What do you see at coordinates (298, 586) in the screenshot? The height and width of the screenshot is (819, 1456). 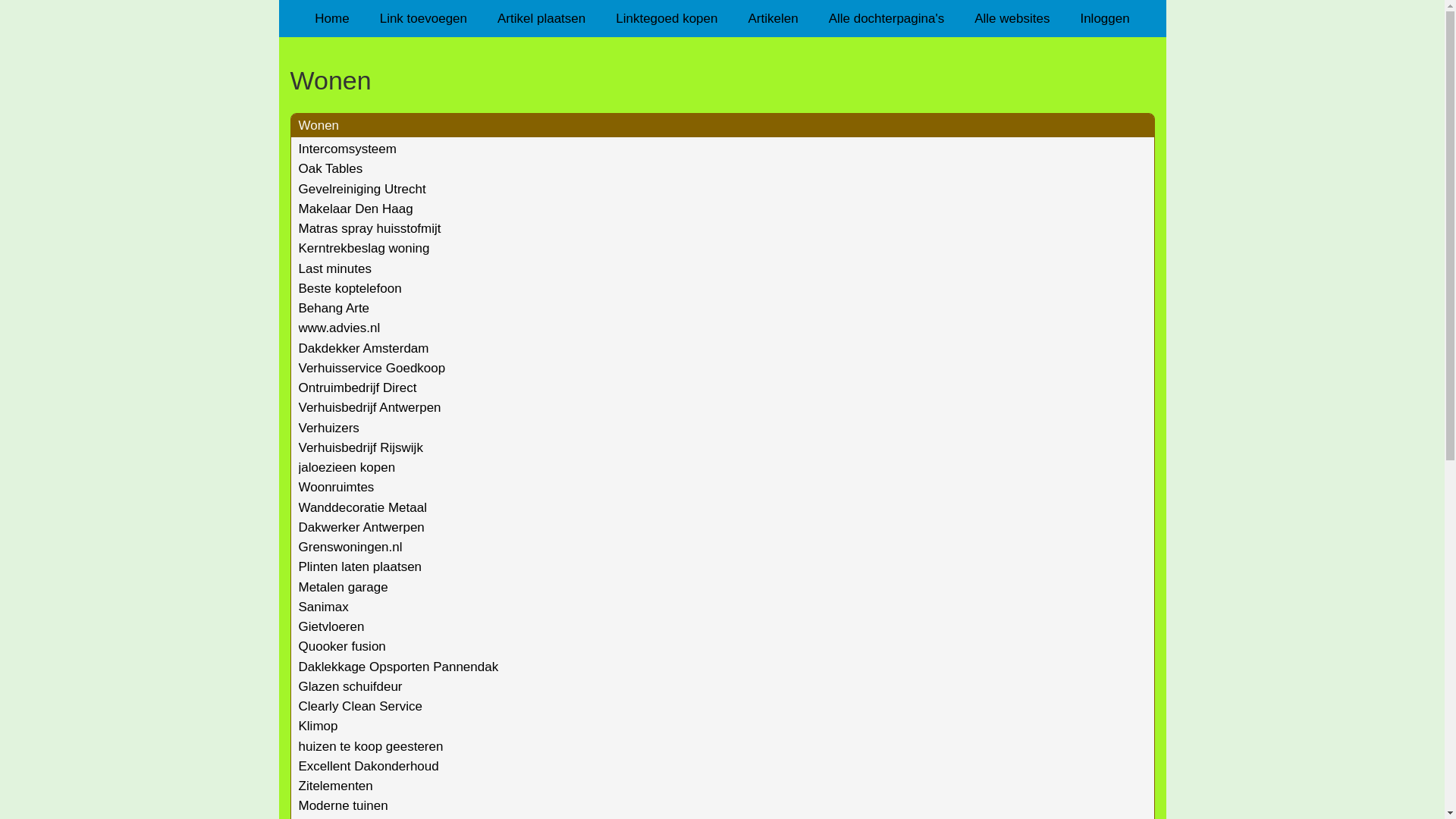 I see `'Metalen garage'` at bounding box center [298, 586].